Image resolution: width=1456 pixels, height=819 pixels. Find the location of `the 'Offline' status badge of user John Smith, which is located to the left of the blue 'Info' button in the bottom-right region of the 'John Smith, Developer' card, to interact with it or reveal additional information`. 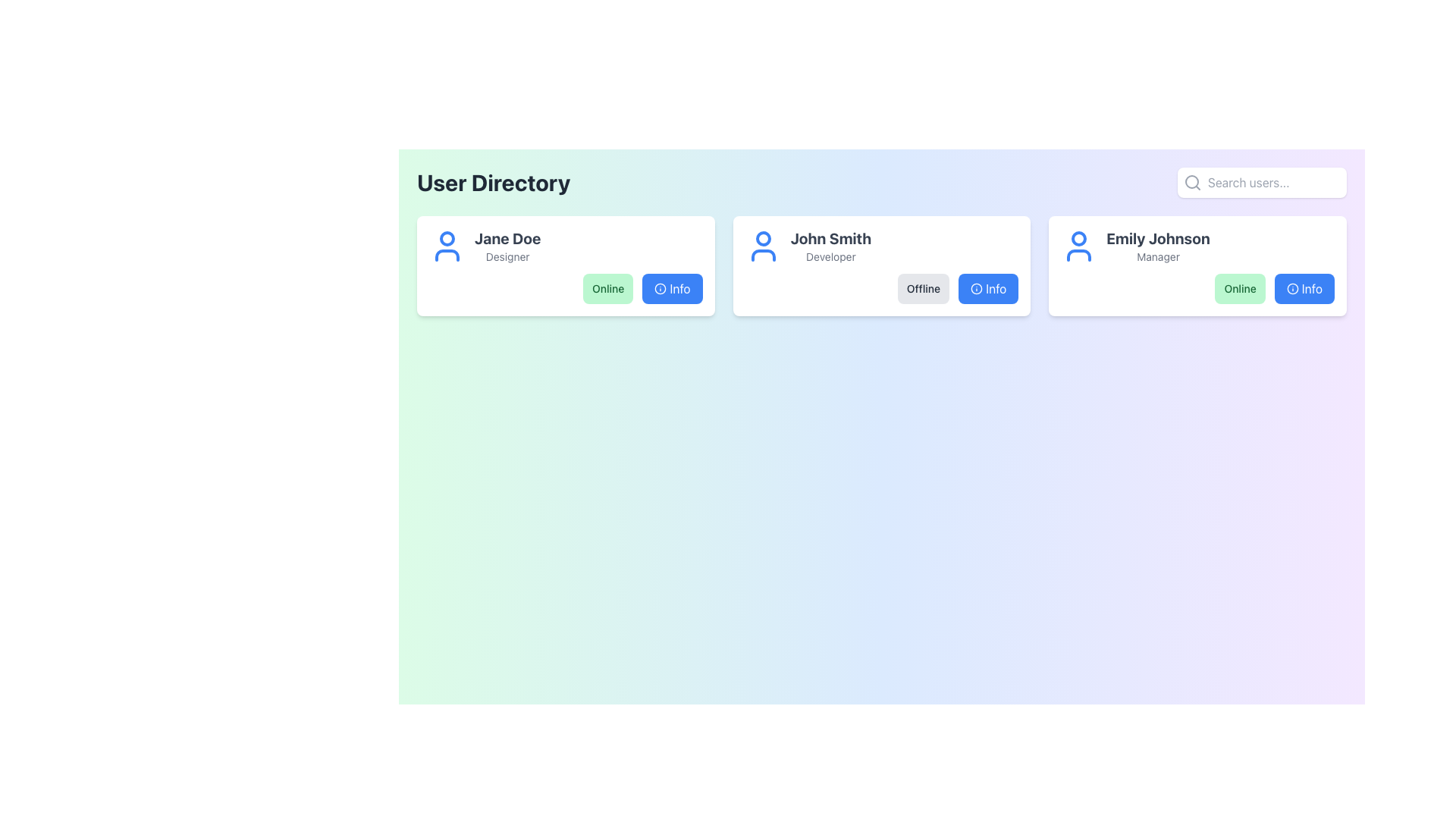

the 'Offline' status badge of user John Smith, which is located to the left of the blue 'Info' button in the bottom-right region of the 'John Smith, Developer' card, to interact with it or reveal additional information is located at coordinates (922, 289).